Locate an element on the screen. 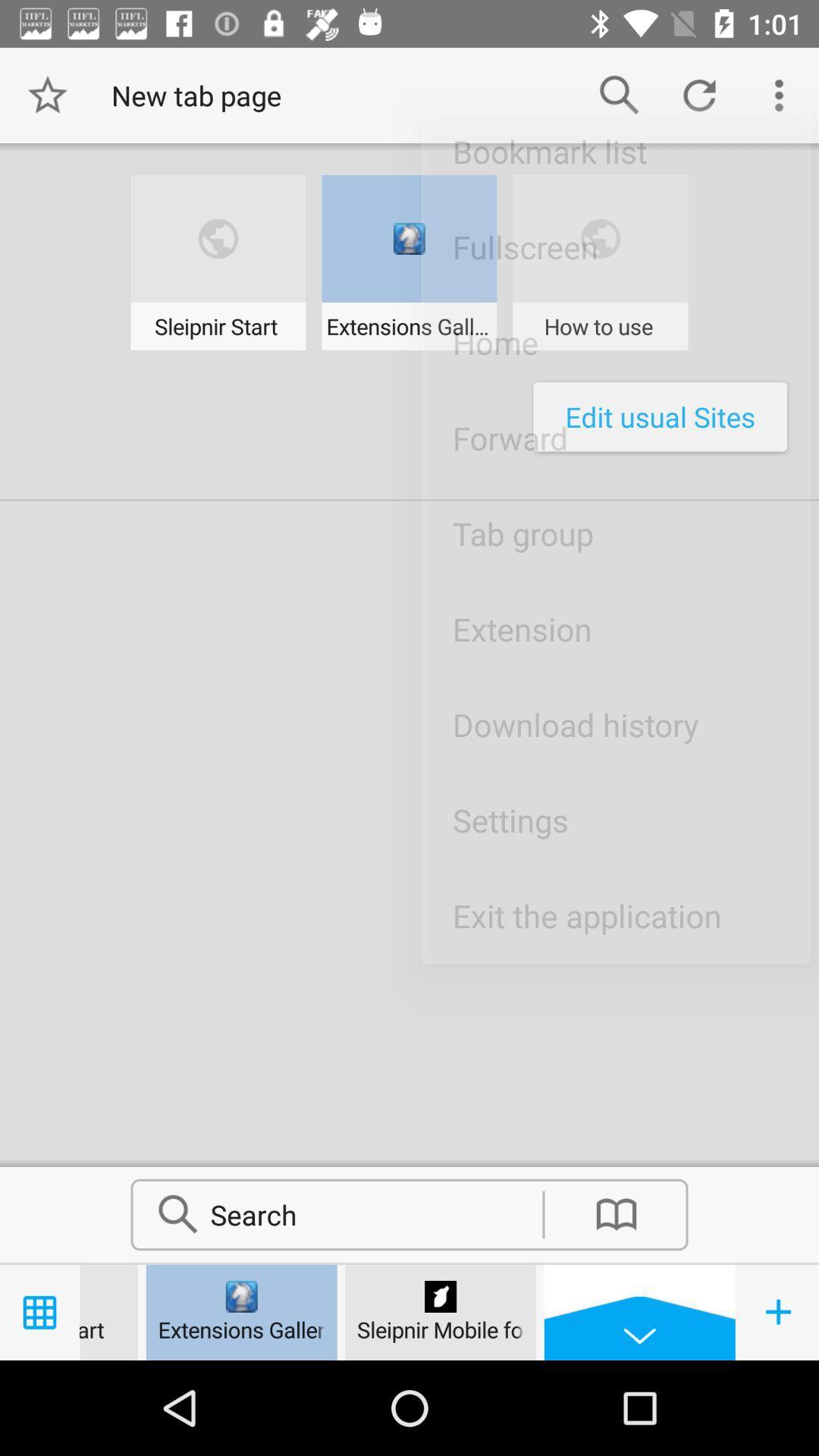 The image size is (819, 1456). the drop down button left to  at right corner bottom is located at coordinates (640, 1312).